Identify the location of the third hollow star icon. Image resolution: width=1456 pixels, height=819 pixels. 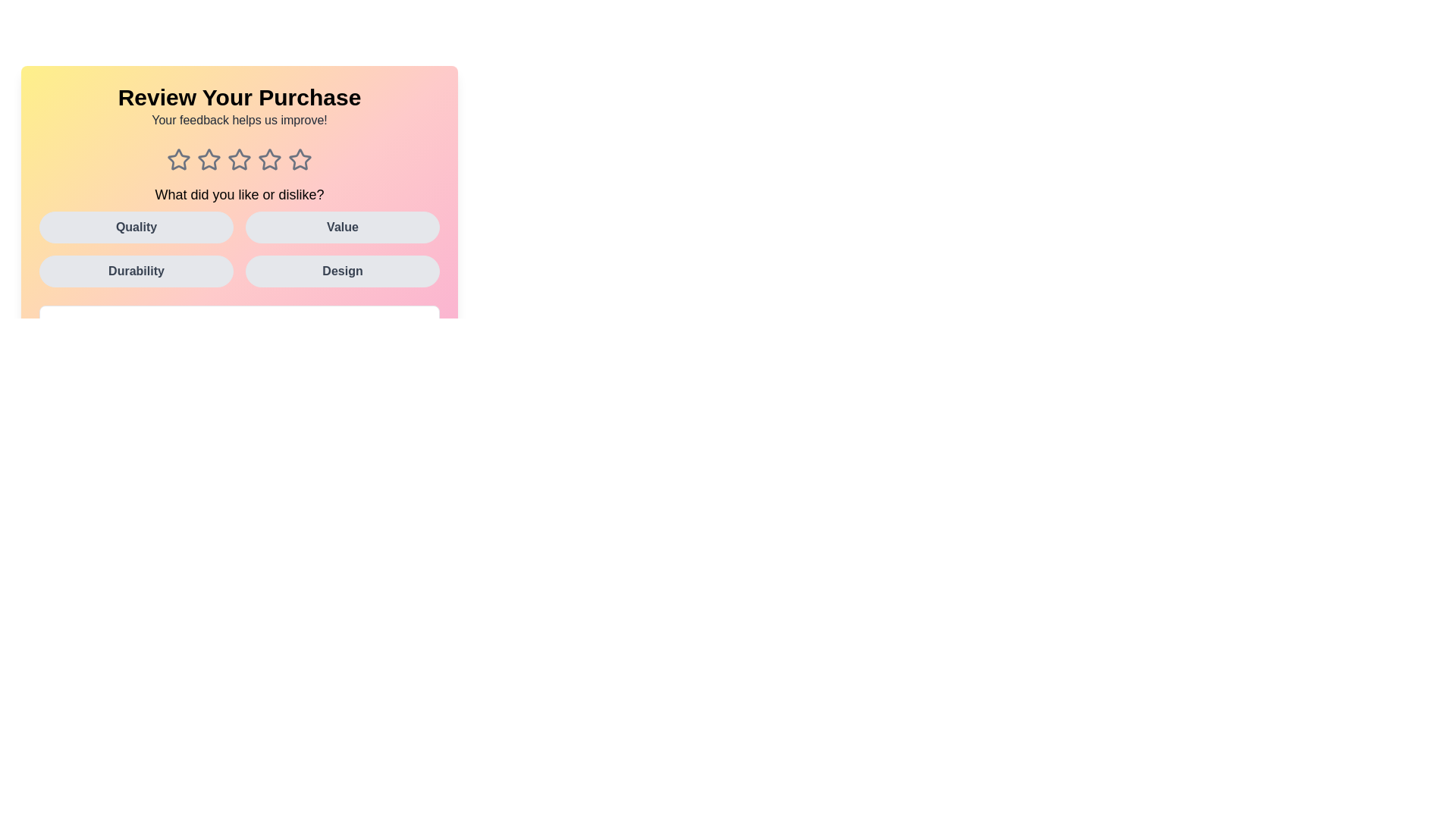
(239, 160).